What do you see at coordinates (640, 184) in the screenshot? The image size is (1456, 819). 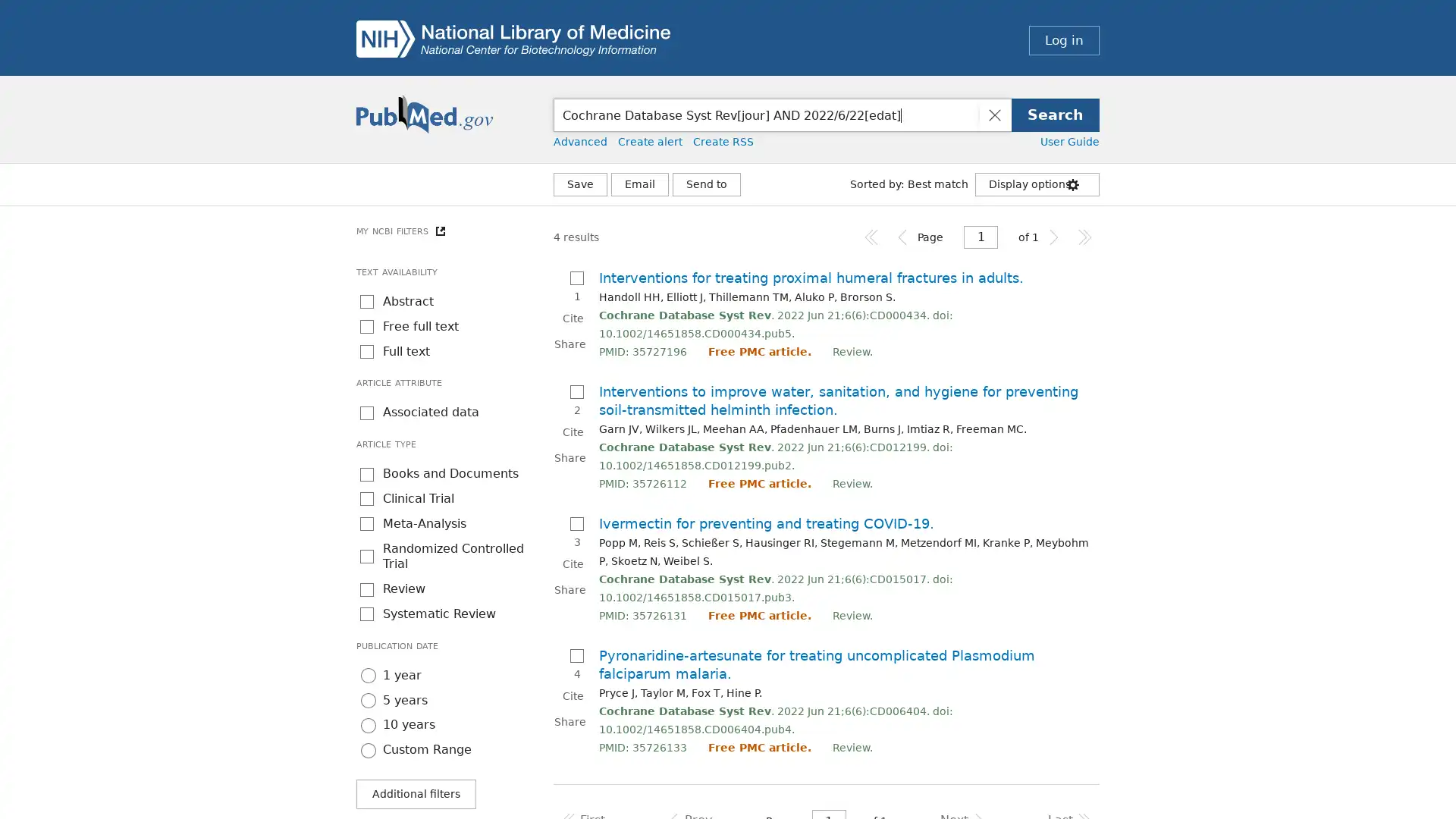 I see `Email` at bounding box center [640, 184].